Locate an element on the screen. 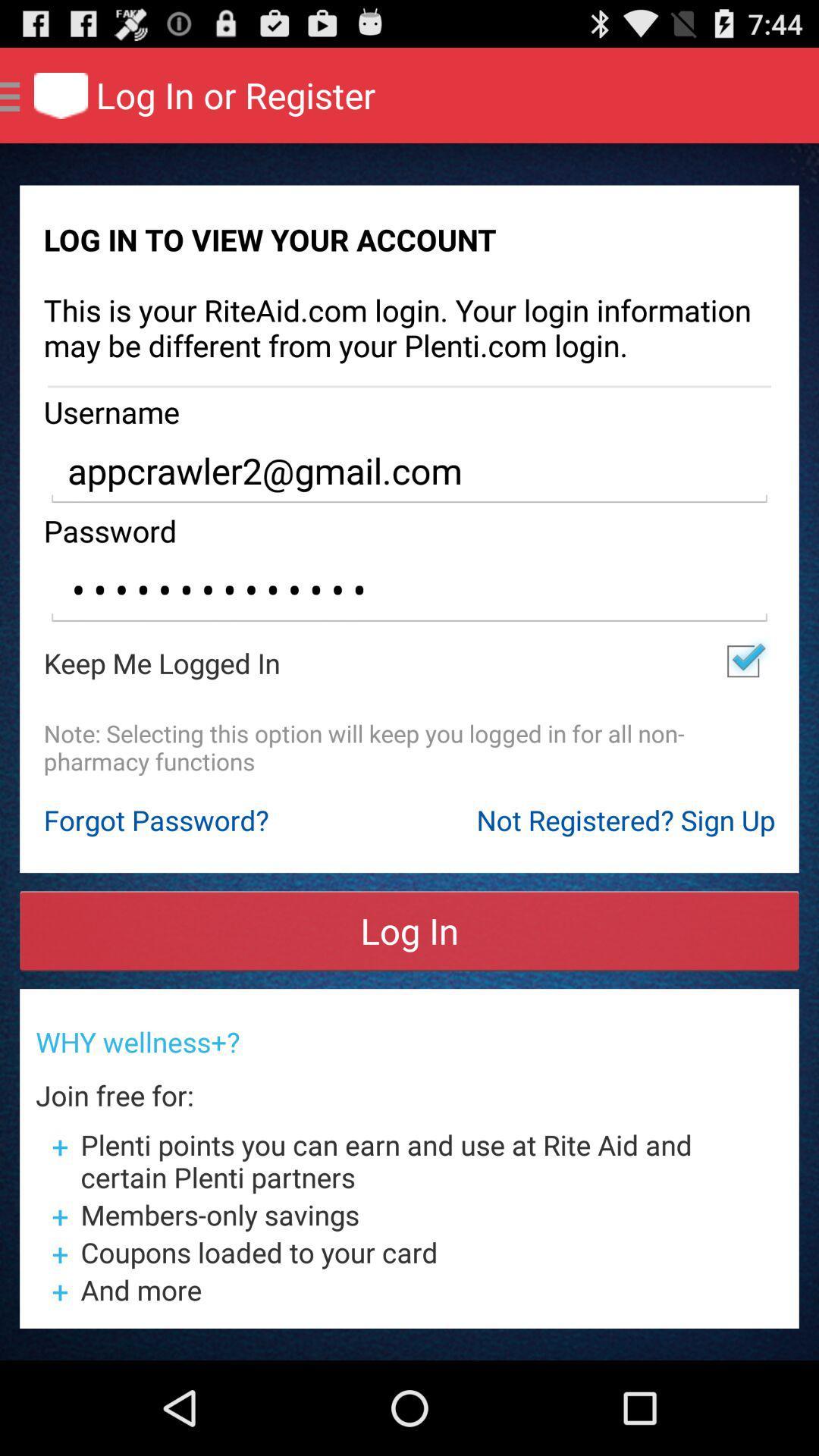 The height and width of the screenshot is (1456, 819). not registered sign item is located at coordinates (626, 819).